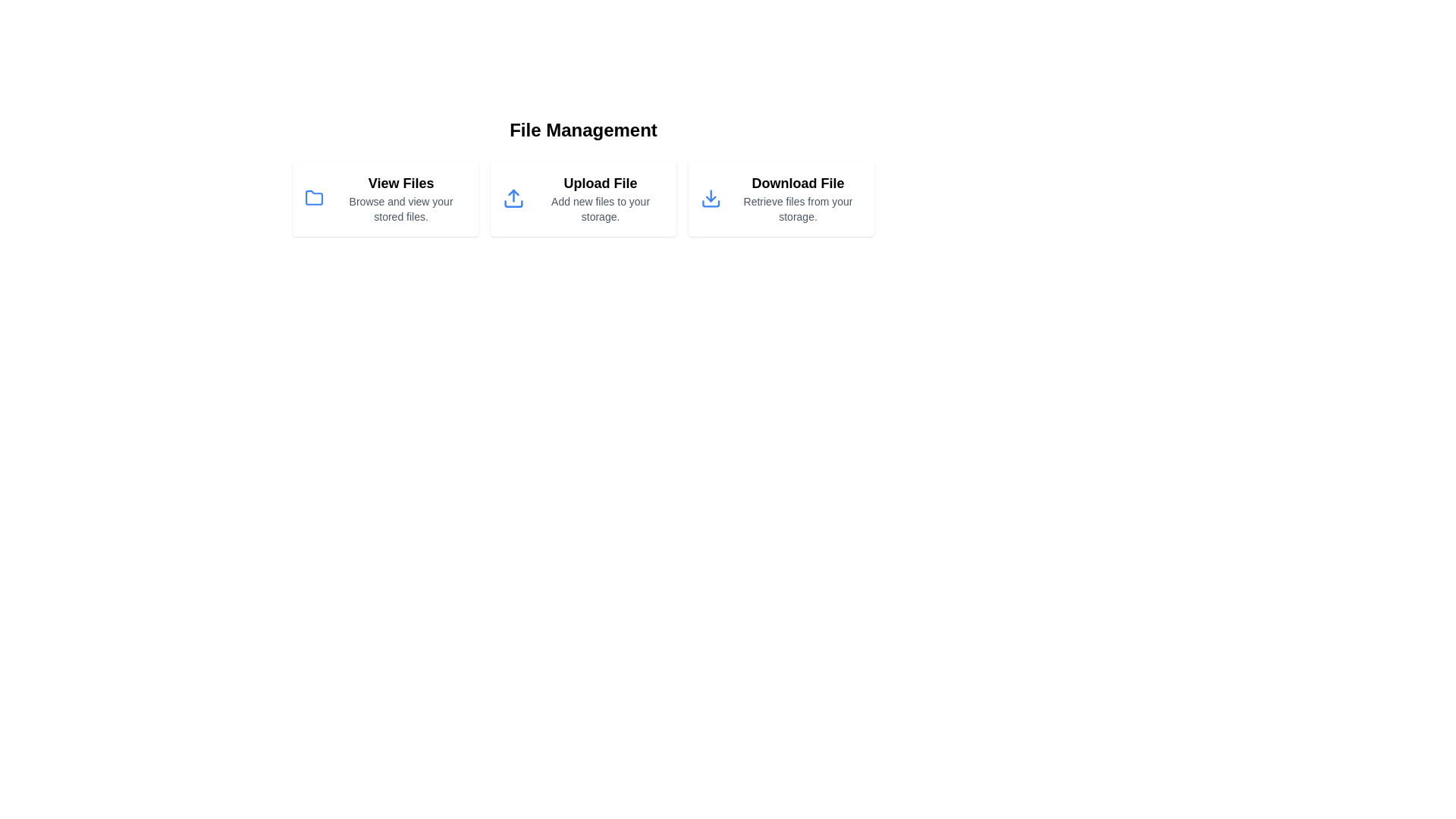  I want to click on the call-to-action button in the 'File Management' section to initiate the file download process, so click(781, 198).